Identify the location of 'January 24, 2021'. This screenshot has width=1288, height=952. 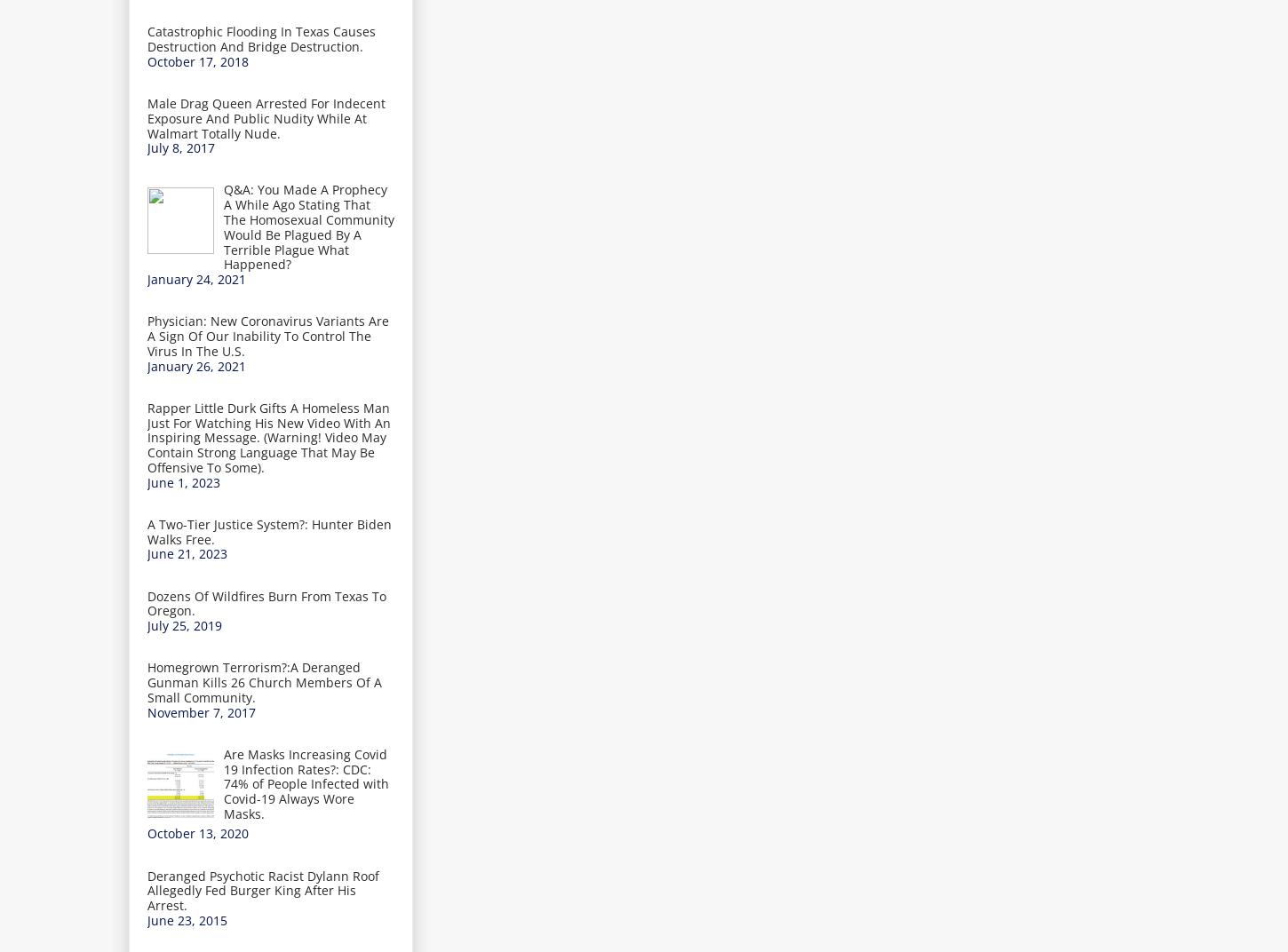
(195, 278).